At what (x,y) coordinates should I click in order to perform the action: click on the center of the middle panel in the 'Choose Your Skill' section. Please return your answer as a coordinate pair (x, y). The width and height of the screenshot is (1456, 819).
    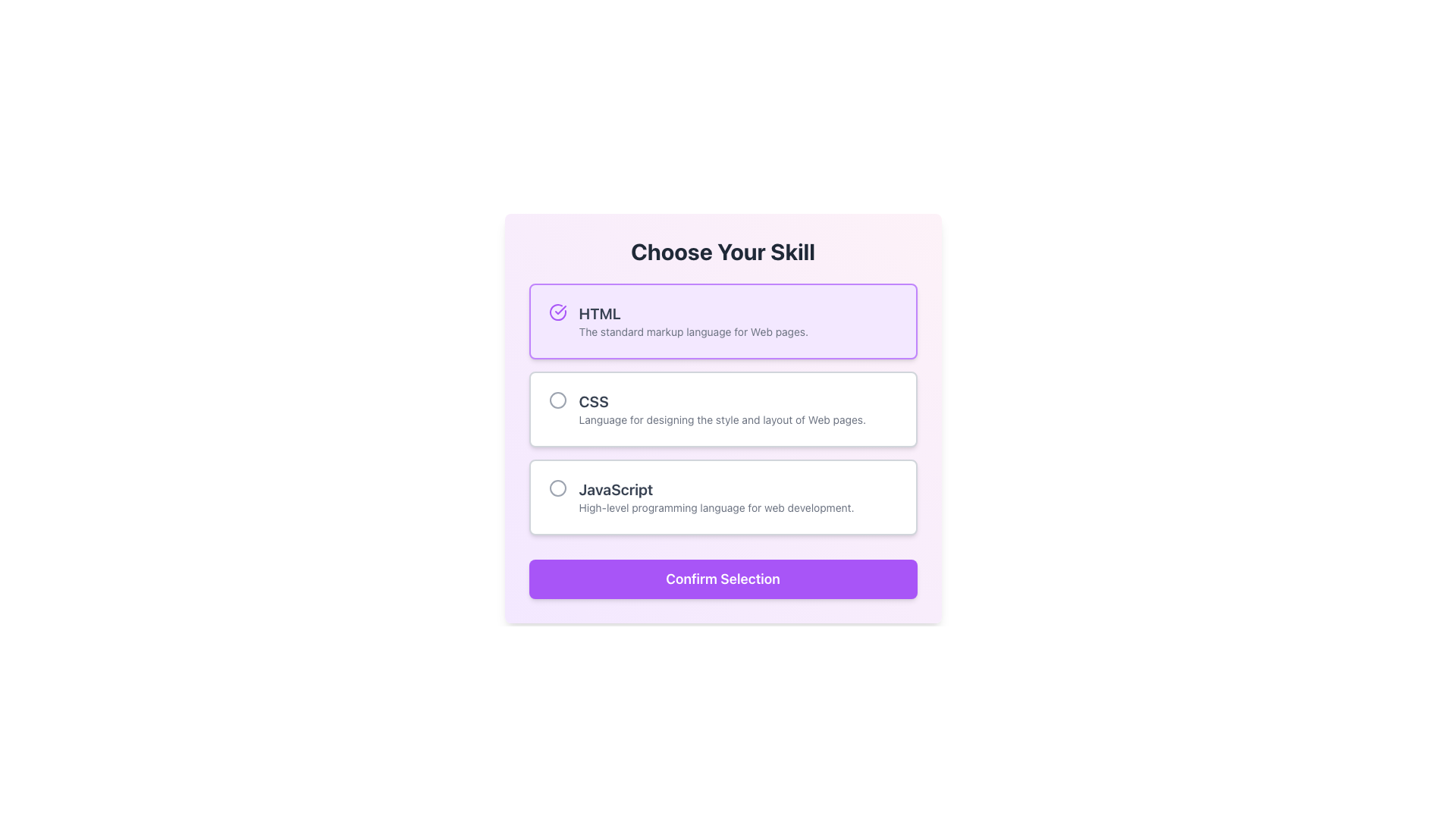
    Looking at the image, I should click on (722, 409).